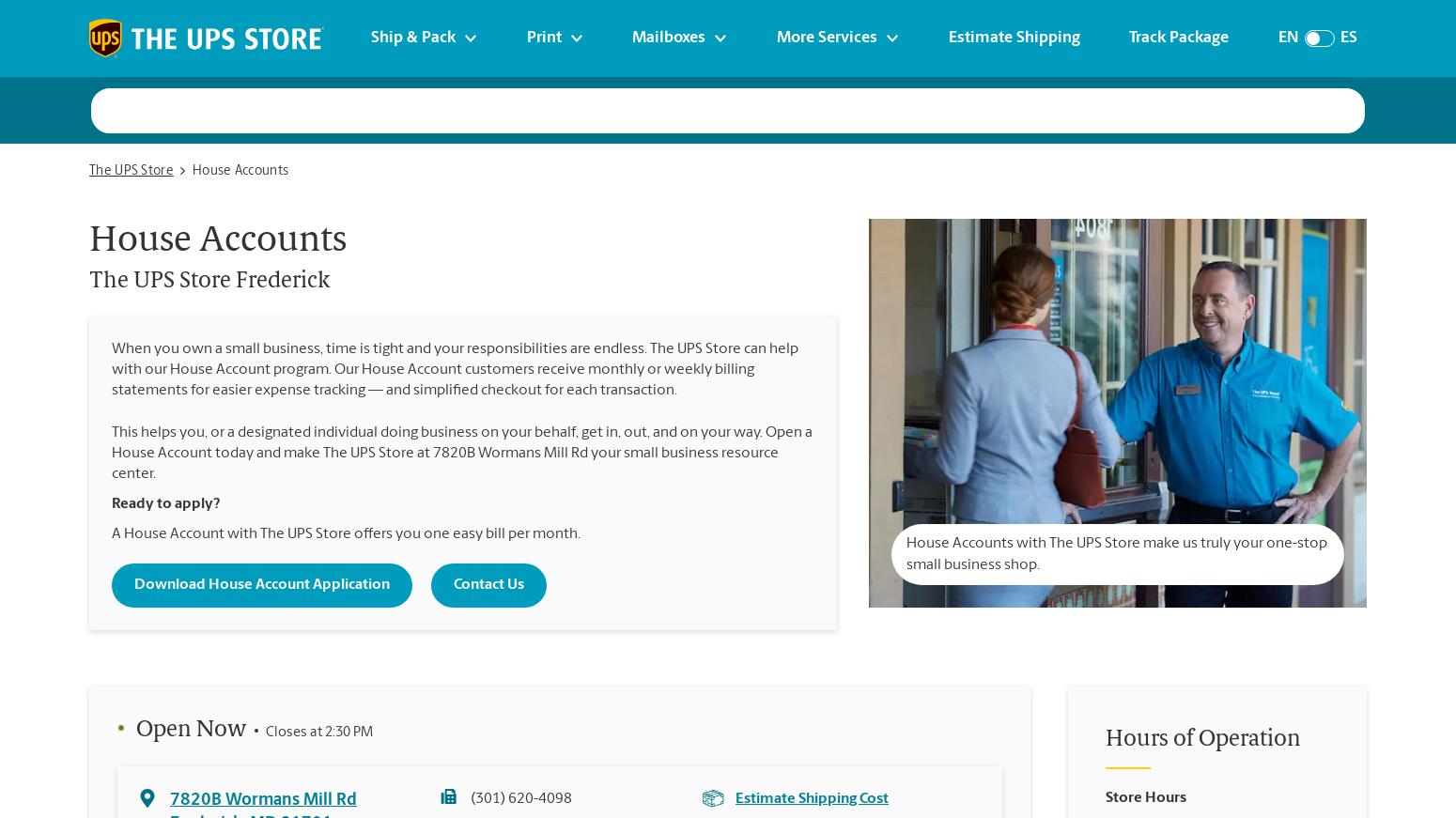  What do you see at coordinates (1287, 36) in the screenshot?
I see `'En'` at bounding box center [1287, 36].